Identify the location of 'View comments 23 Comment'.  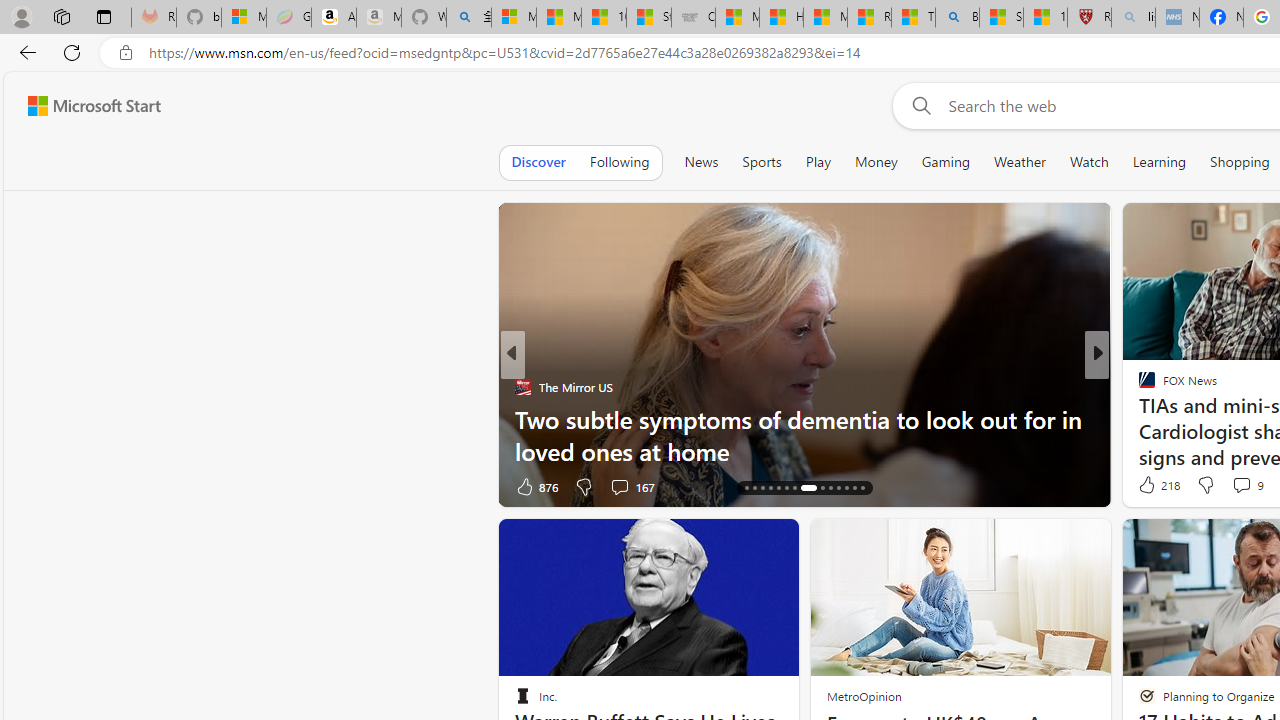
(1243, 486).